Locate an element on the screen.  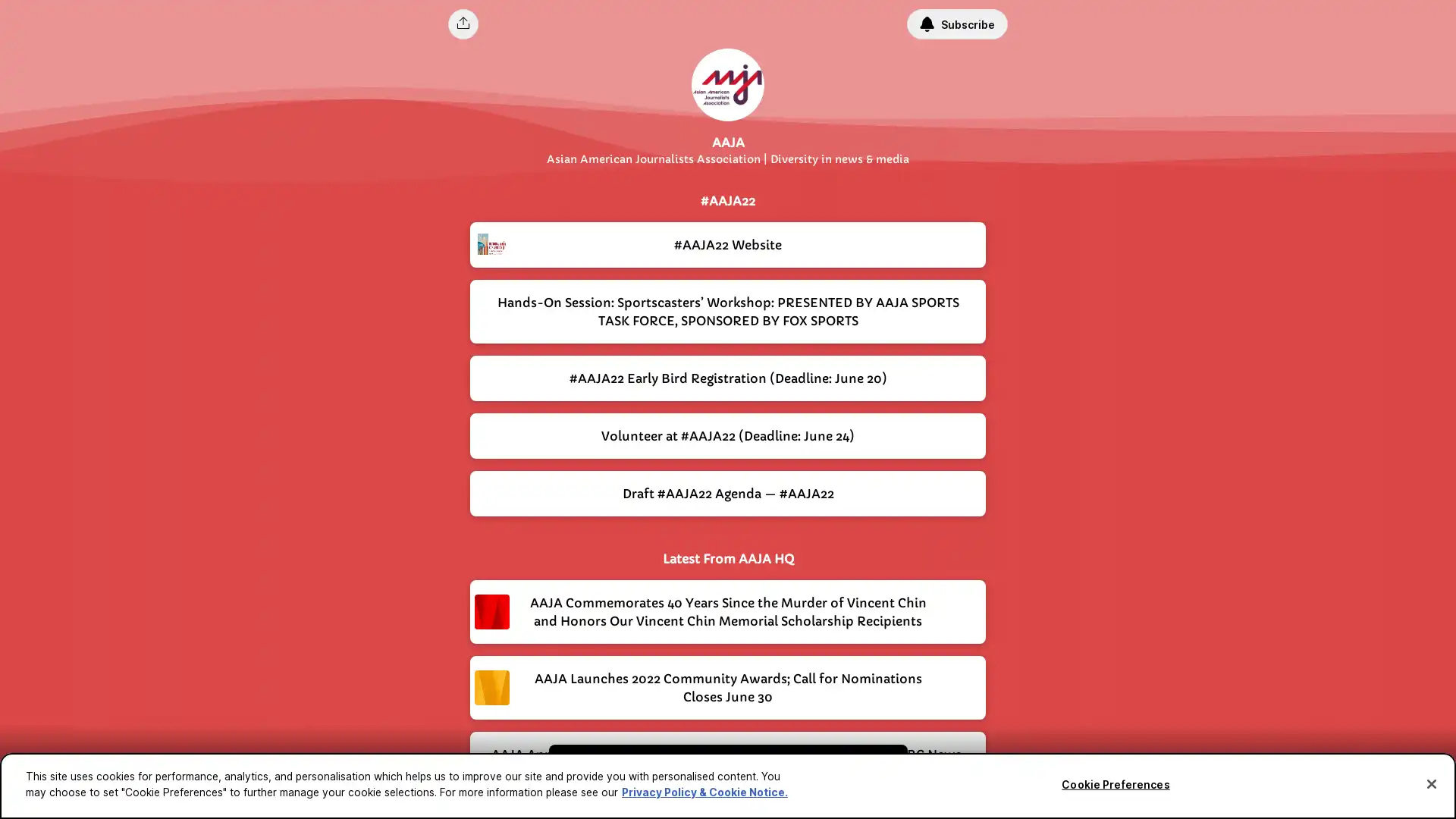
Subscribe is located at coordinates (956, 24).